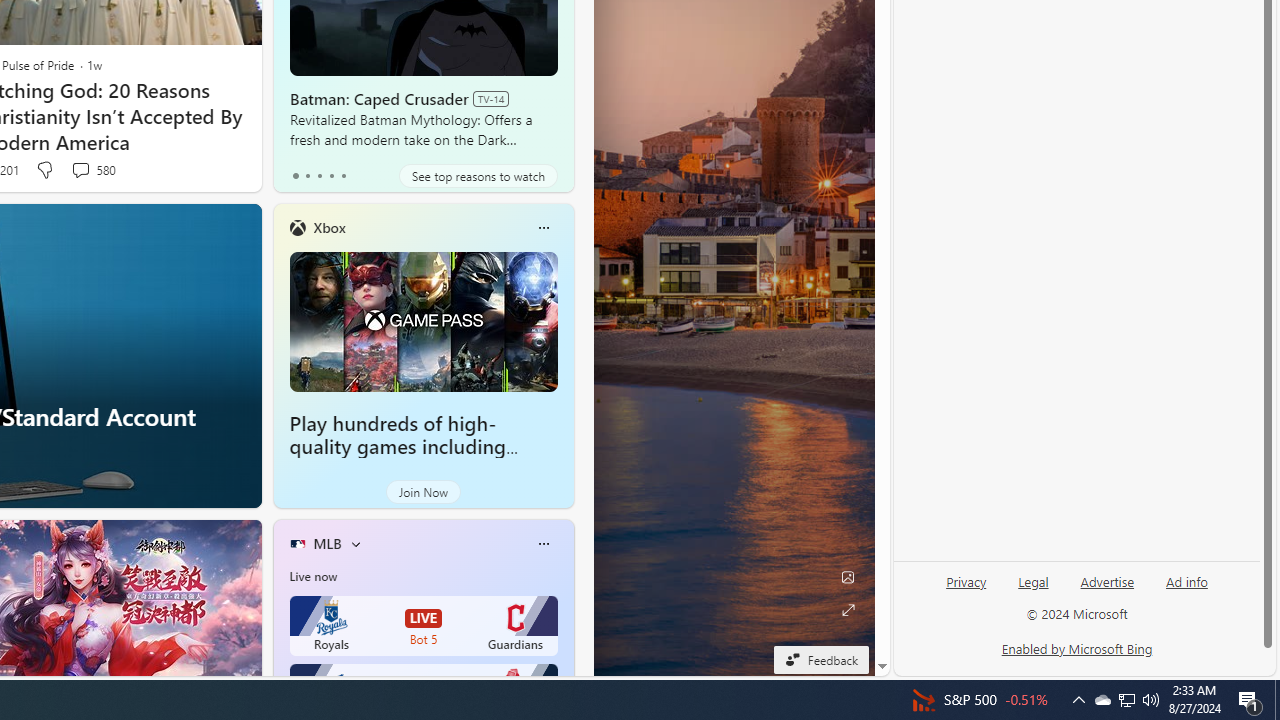 This screenshot has width=1280, height=720. Describe the element at coordinates (422, 625) in the screenshot. I see `'Royals LIVE Bot 5 Guardians'` at that location.